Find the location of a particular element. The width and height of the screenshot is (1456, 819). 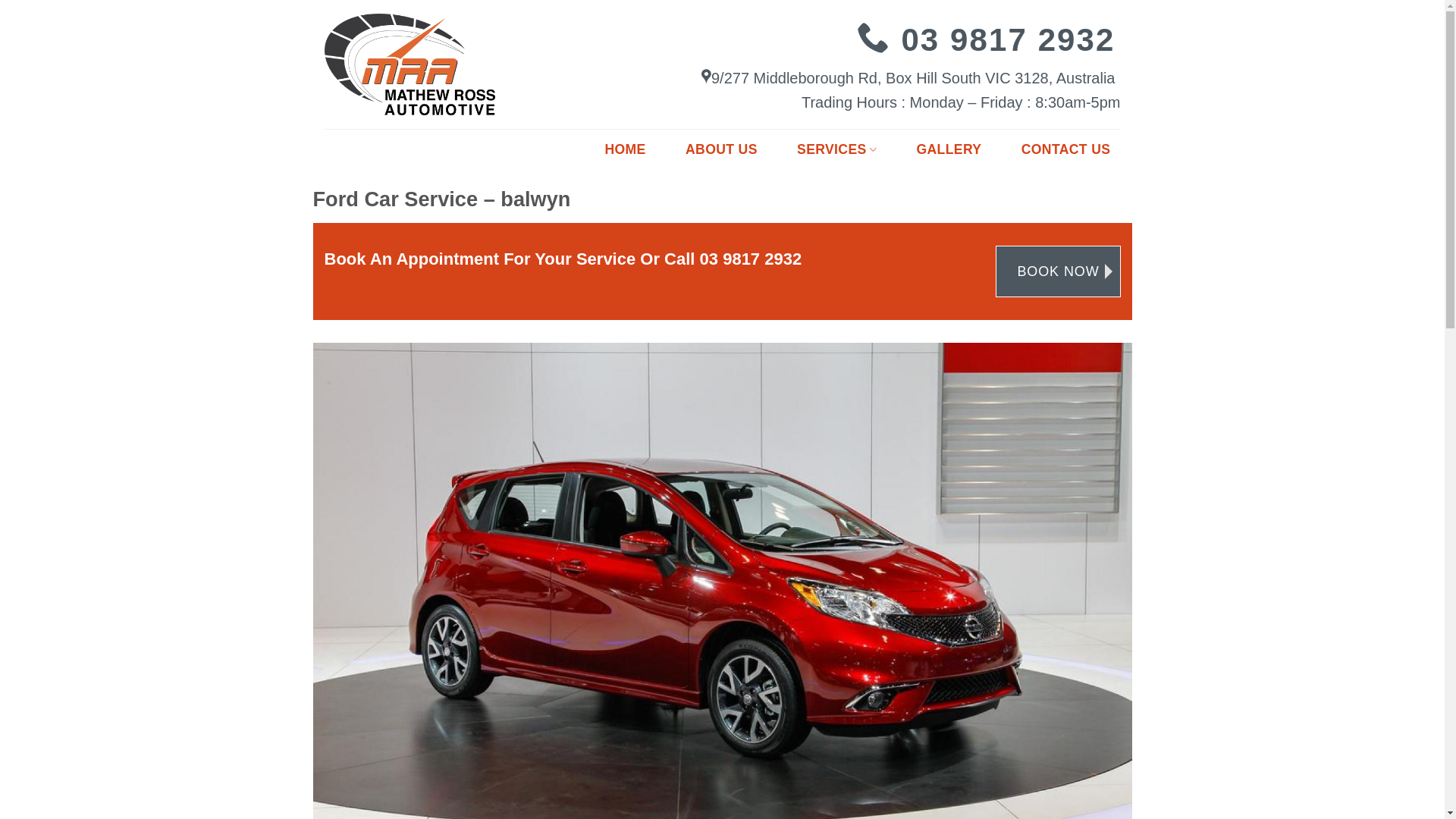

'ABOUT US' is located at coordinates (675, 149).